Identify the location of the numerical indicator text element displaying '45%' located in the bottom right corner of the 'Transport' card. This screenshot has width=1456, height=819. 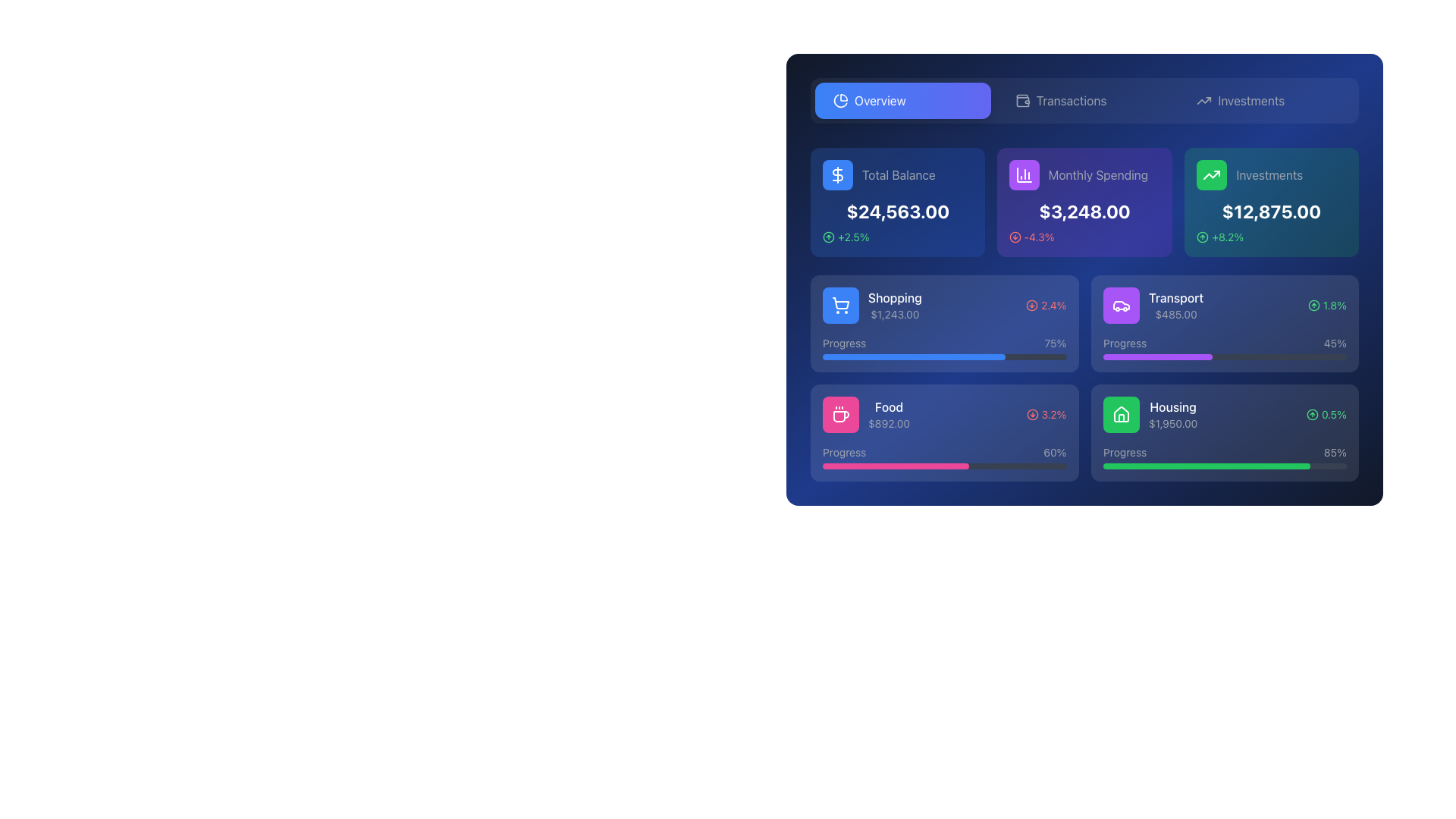
(1335, 343).